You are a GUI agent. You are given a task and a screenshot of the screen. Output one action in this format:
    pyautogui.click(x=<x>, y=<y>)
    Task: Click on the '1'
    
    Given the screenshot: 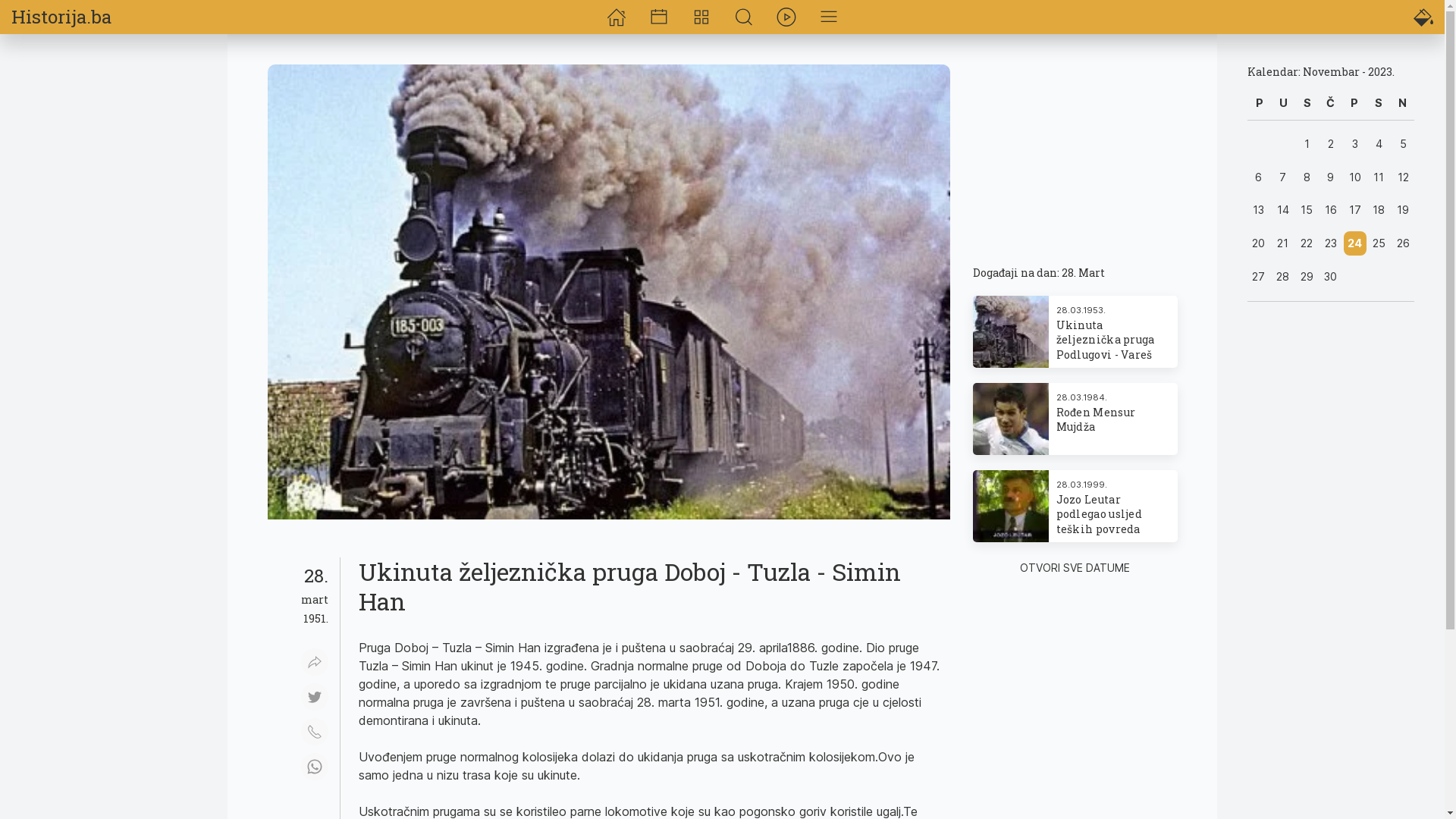 What is the action you would take?
    pyautogui.click(x=1306, y=143)
    